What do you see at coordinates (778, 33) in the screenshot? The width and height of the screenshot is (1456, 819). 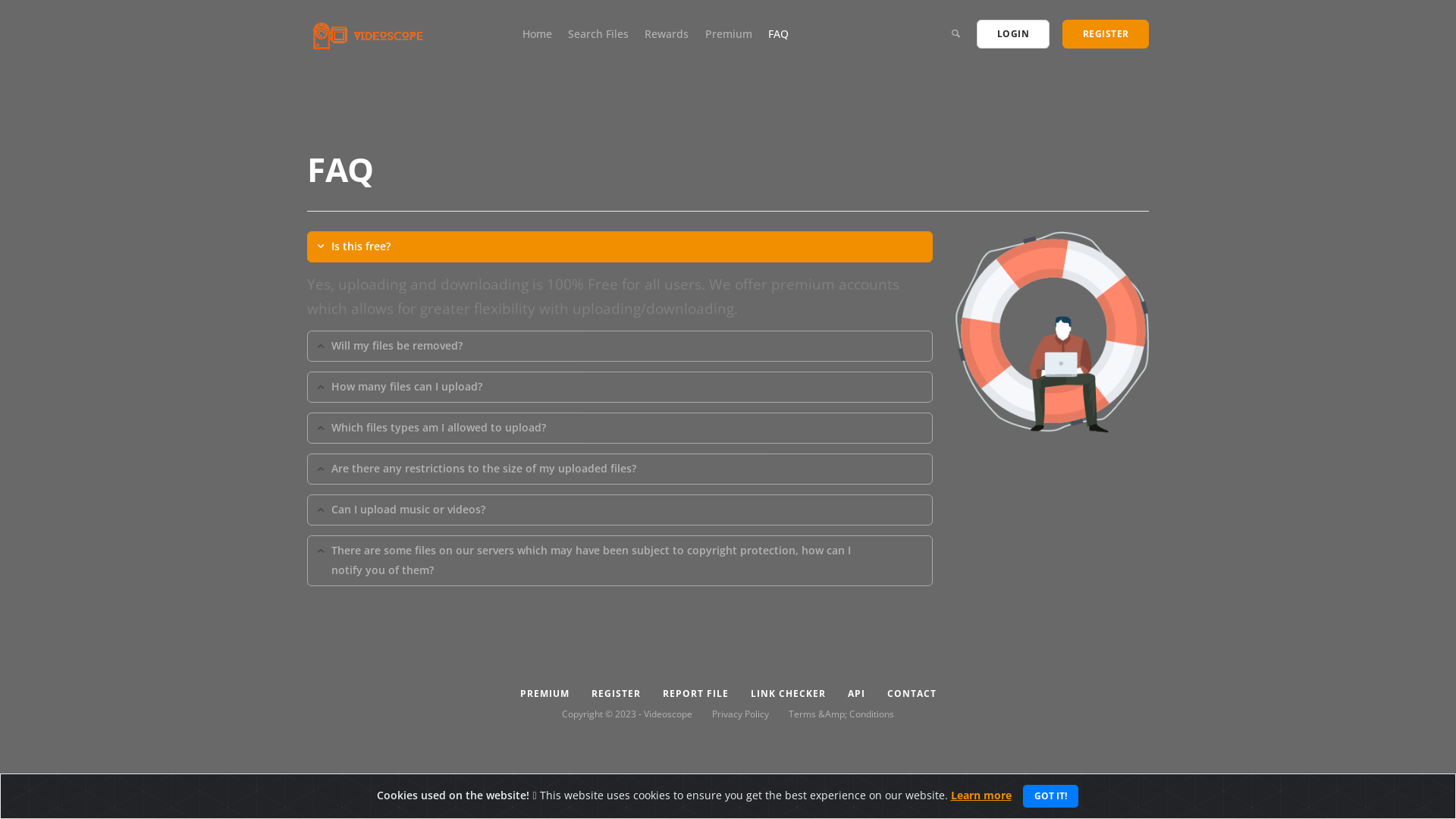 I see `'FAQ'` at bounding box center [778, 33].